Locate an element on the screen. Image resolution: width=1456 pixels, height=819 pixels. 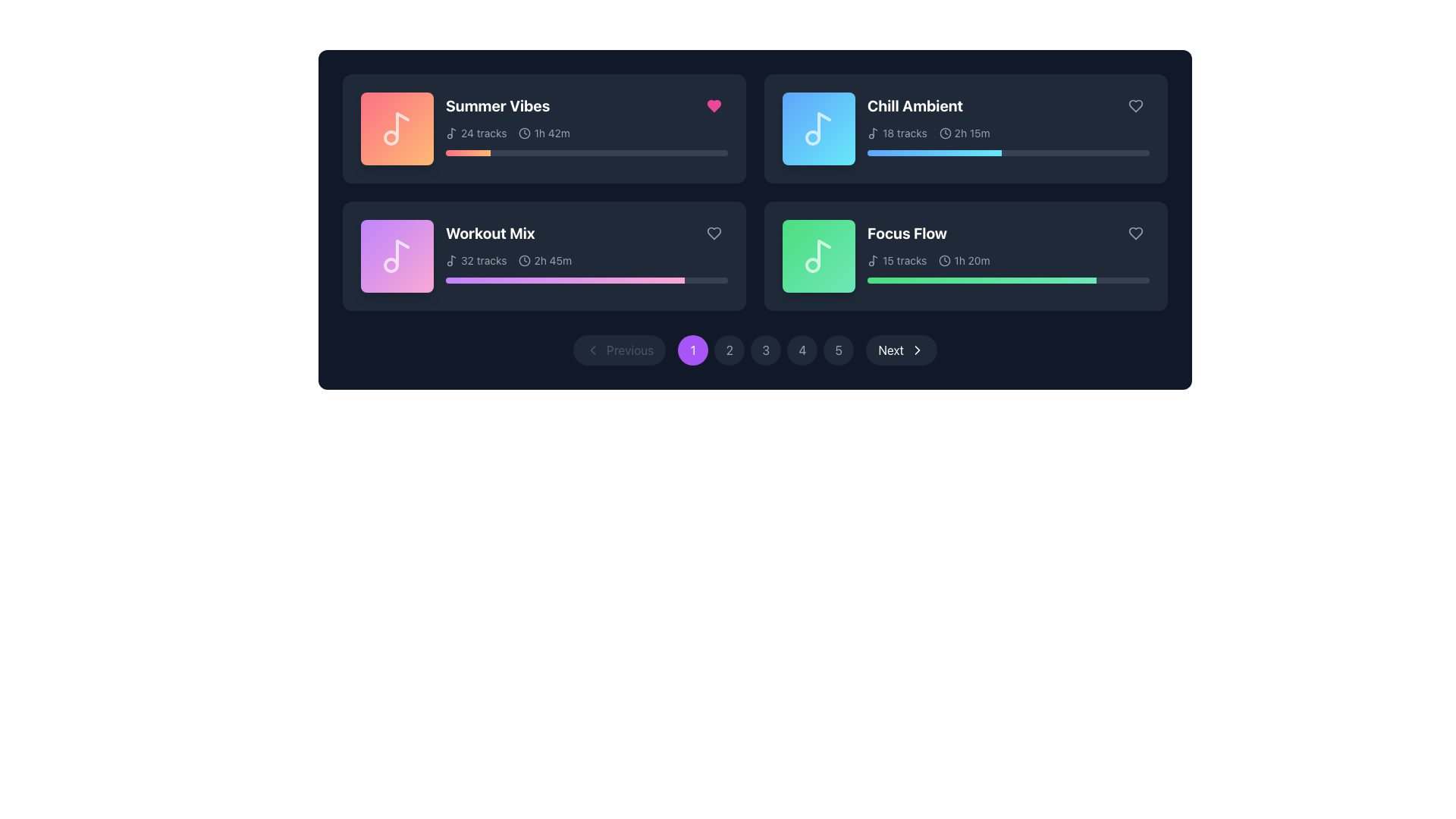
the navigation icon located inside the 'Next' button at the bottom-right section of the interface, which signifies moving to the next page of content is located at coordinates (916, 350).